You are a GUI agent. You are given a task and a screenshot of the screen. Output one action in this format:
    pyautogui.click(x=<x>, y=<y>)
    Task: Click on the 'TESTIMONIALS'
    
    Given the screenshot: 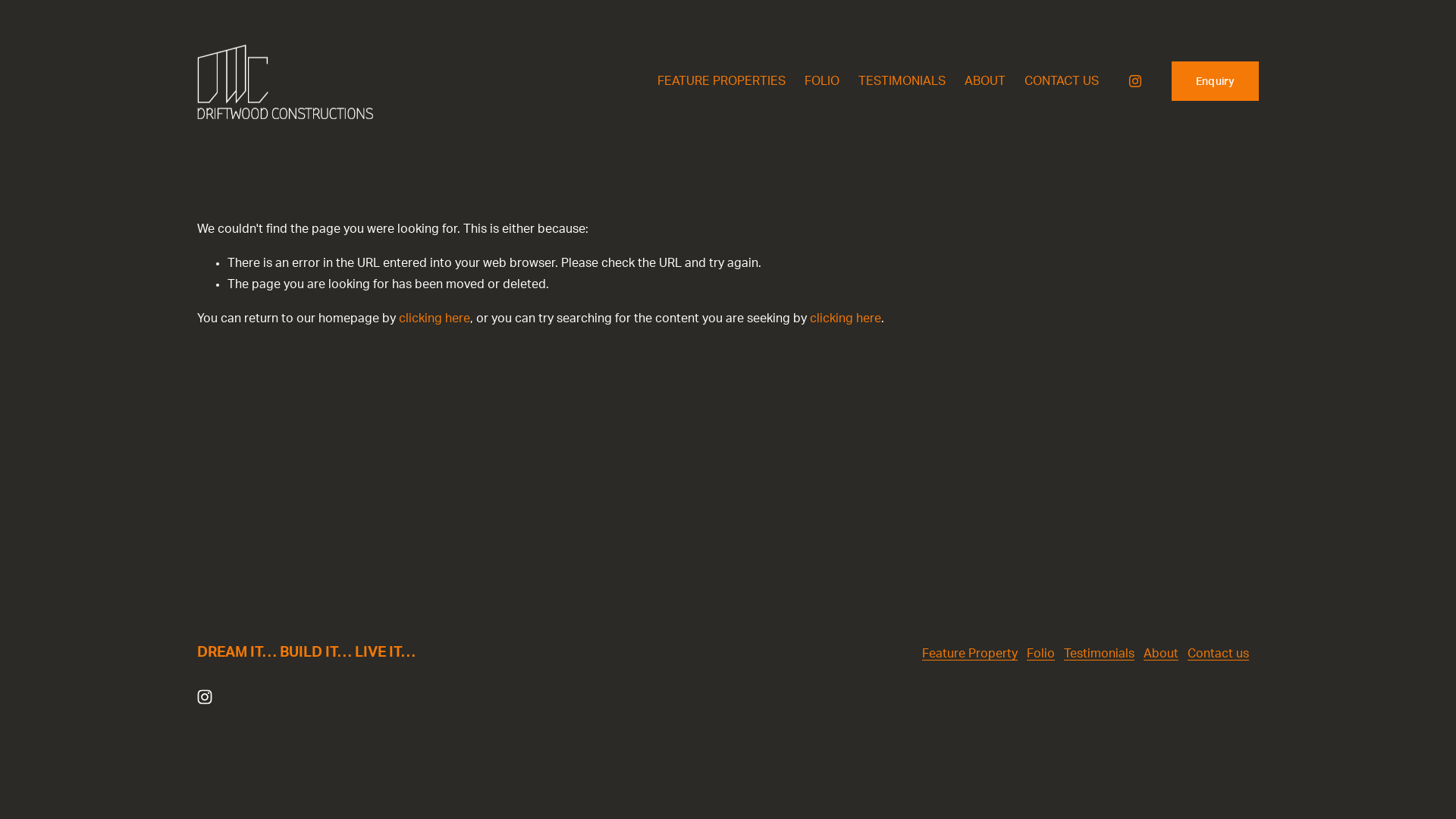 What is the action you would take?
    pyautogui.click(x=858, y=81)
    